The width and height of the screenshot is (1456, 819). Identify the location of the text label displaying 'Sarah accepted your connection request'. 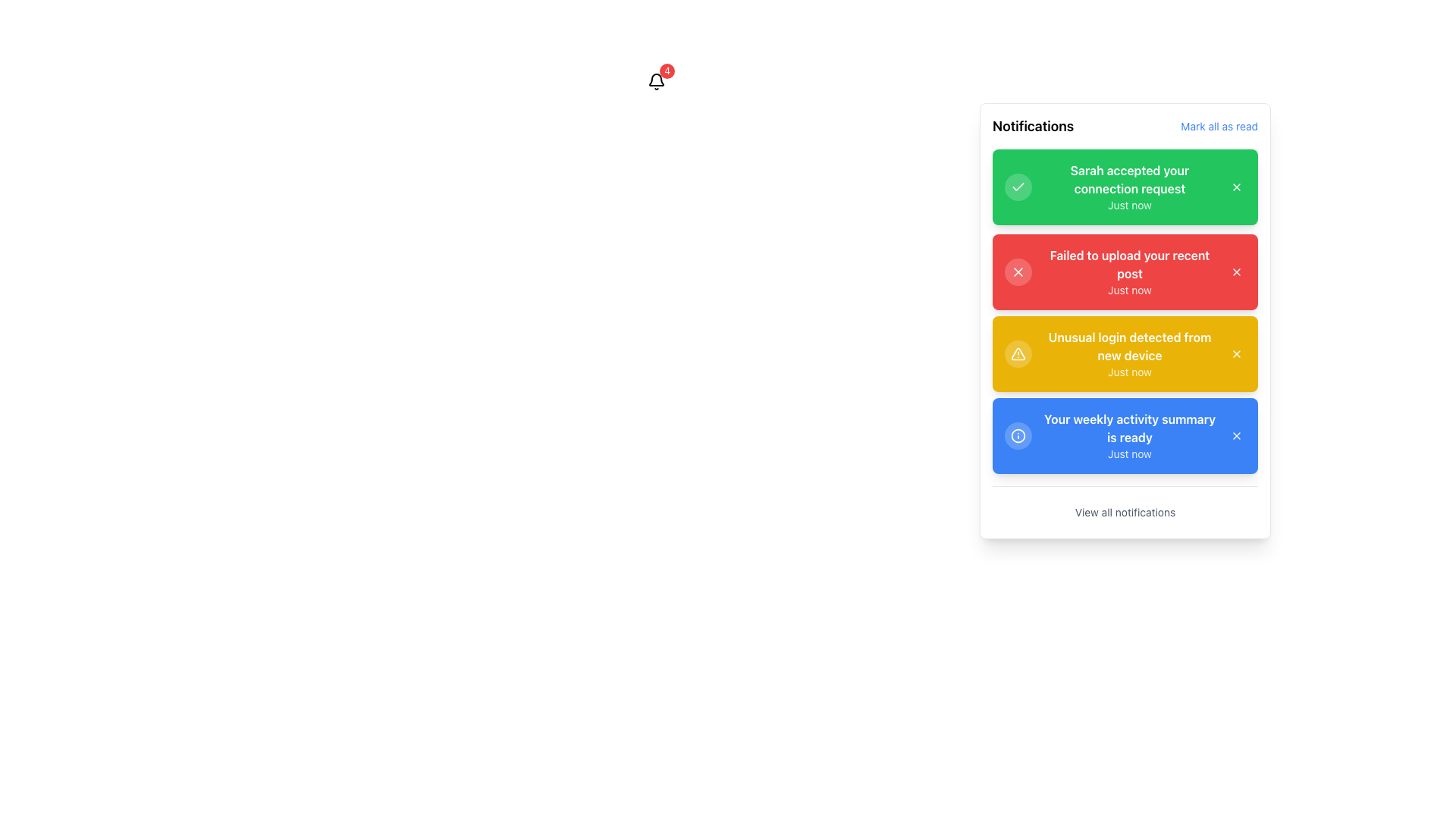
(1129, 178).